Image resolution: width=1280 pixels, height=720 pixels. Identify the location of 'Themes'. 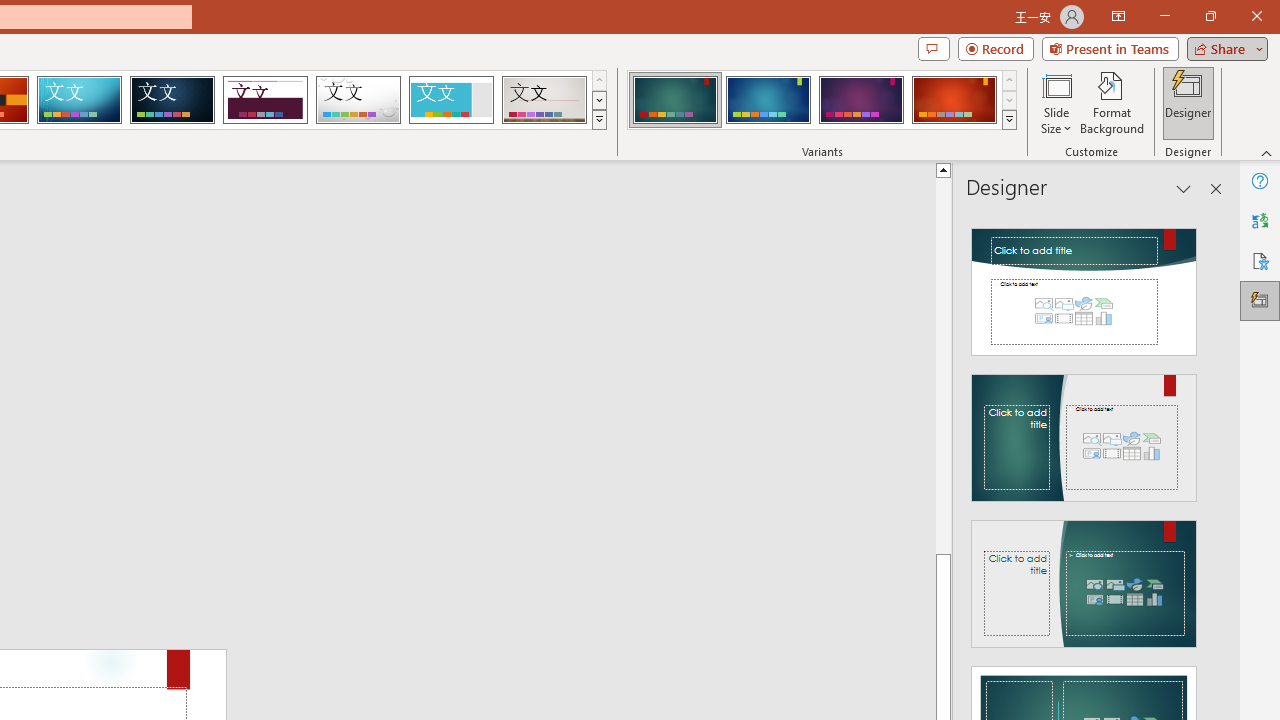
(598, 120).